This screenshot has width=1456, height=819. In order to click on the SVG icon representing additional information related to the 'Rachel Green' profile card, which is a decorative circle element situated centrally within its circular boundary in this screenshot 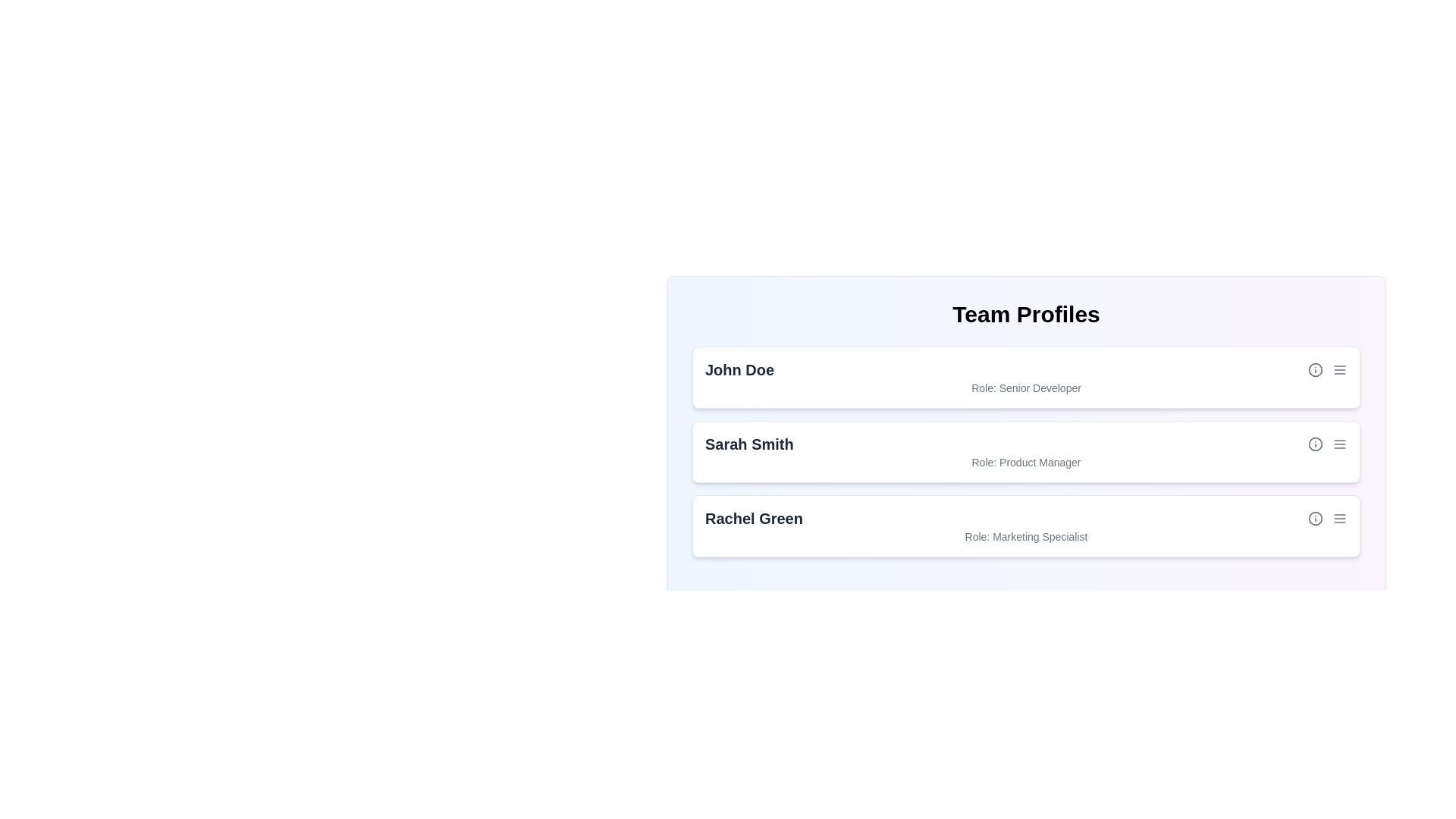, I will do `click(1314, 517)`.